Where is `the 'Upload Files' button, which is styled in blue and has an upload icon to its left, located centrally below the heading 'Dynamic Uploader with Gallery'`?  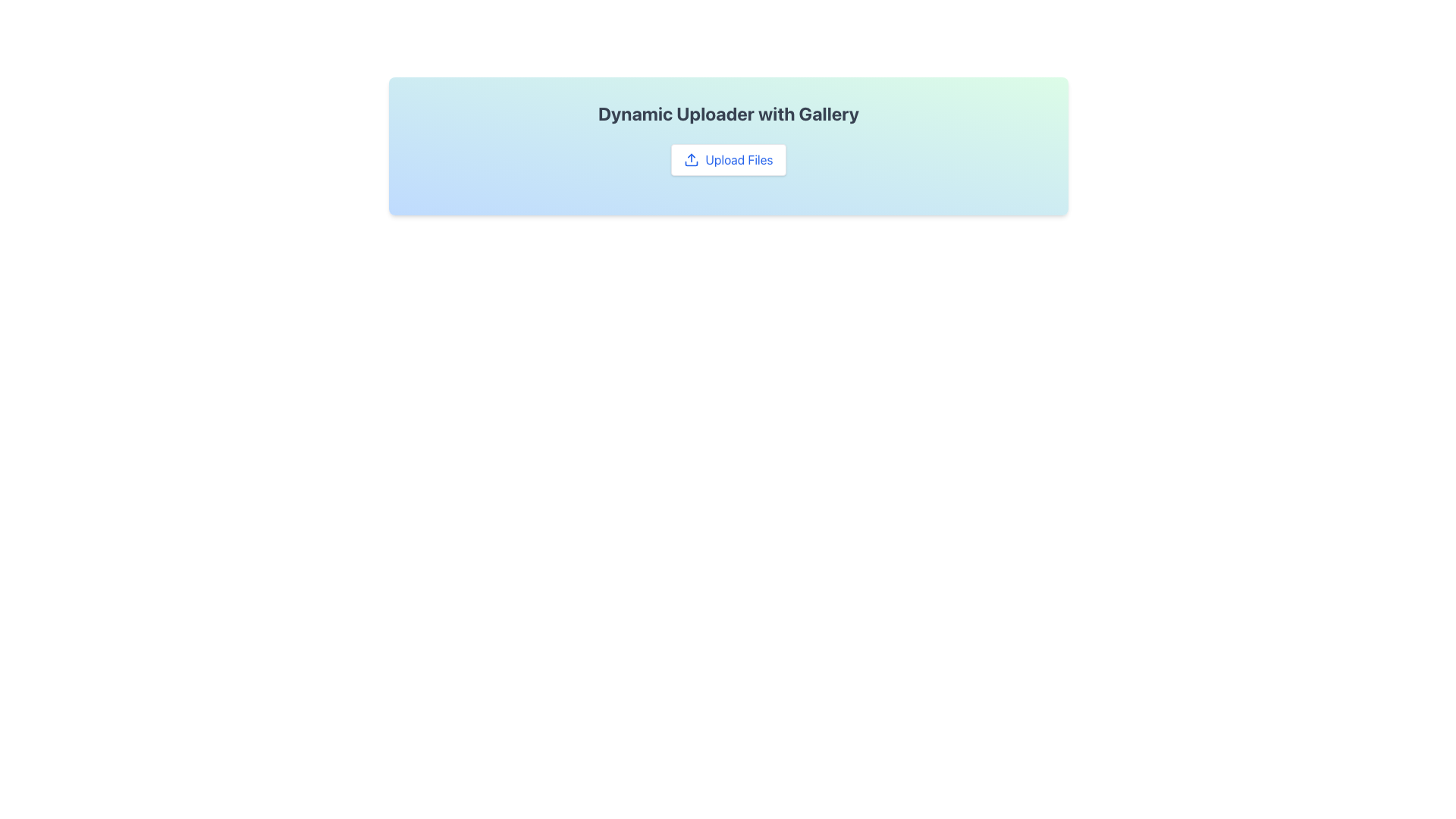
the 'Upload Files' button, which is styled in blue and has an upload icon to its left, located centrally below the heading 'Dynamic Uploader with Gallery' is located at coordinates (728, 160).